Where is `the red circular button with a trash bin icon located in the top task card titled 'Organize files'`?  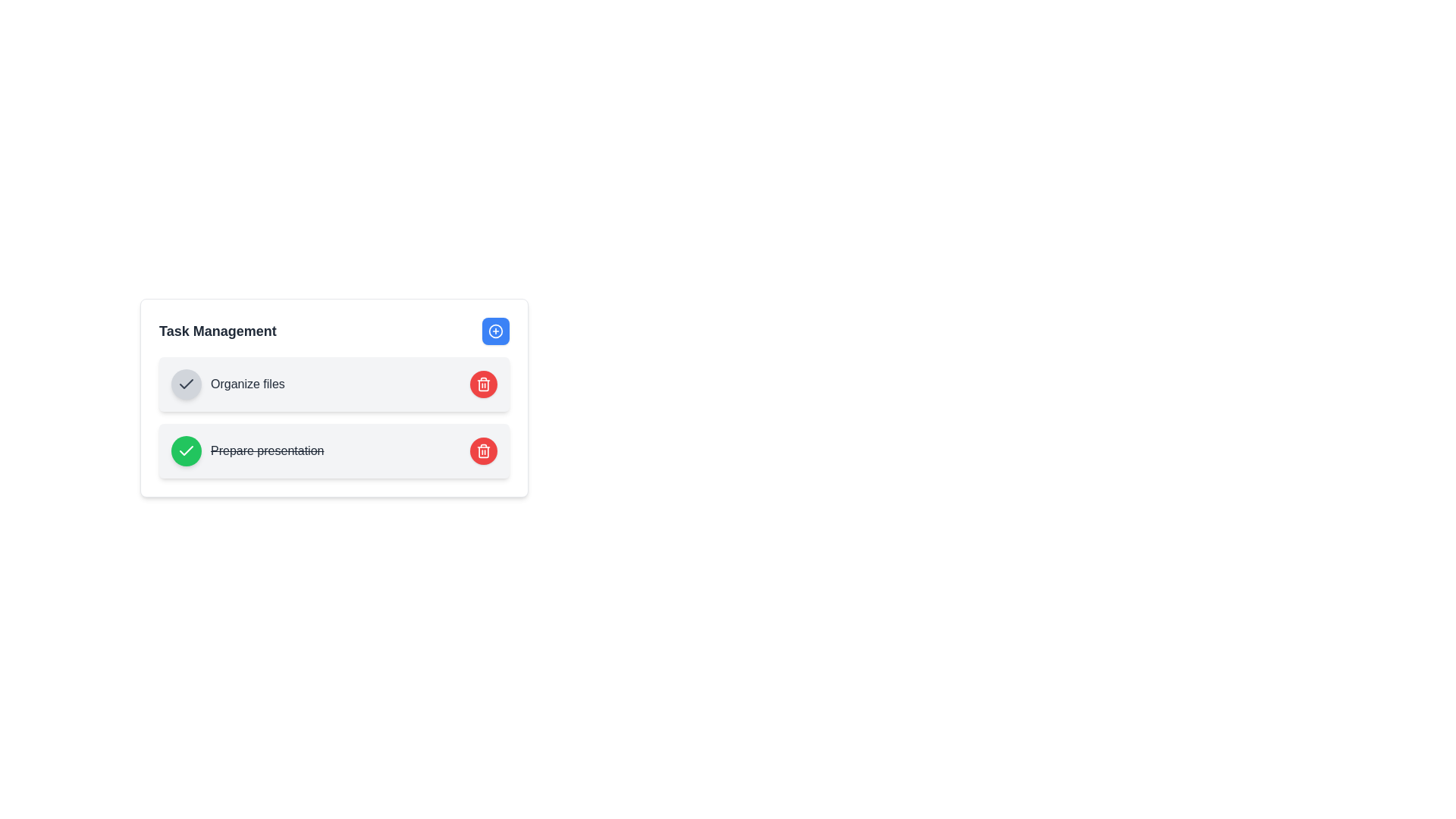
the red circular button with a trash bin icon located in the top task card titled 'Organize files' is located at coordinates (483, 383).